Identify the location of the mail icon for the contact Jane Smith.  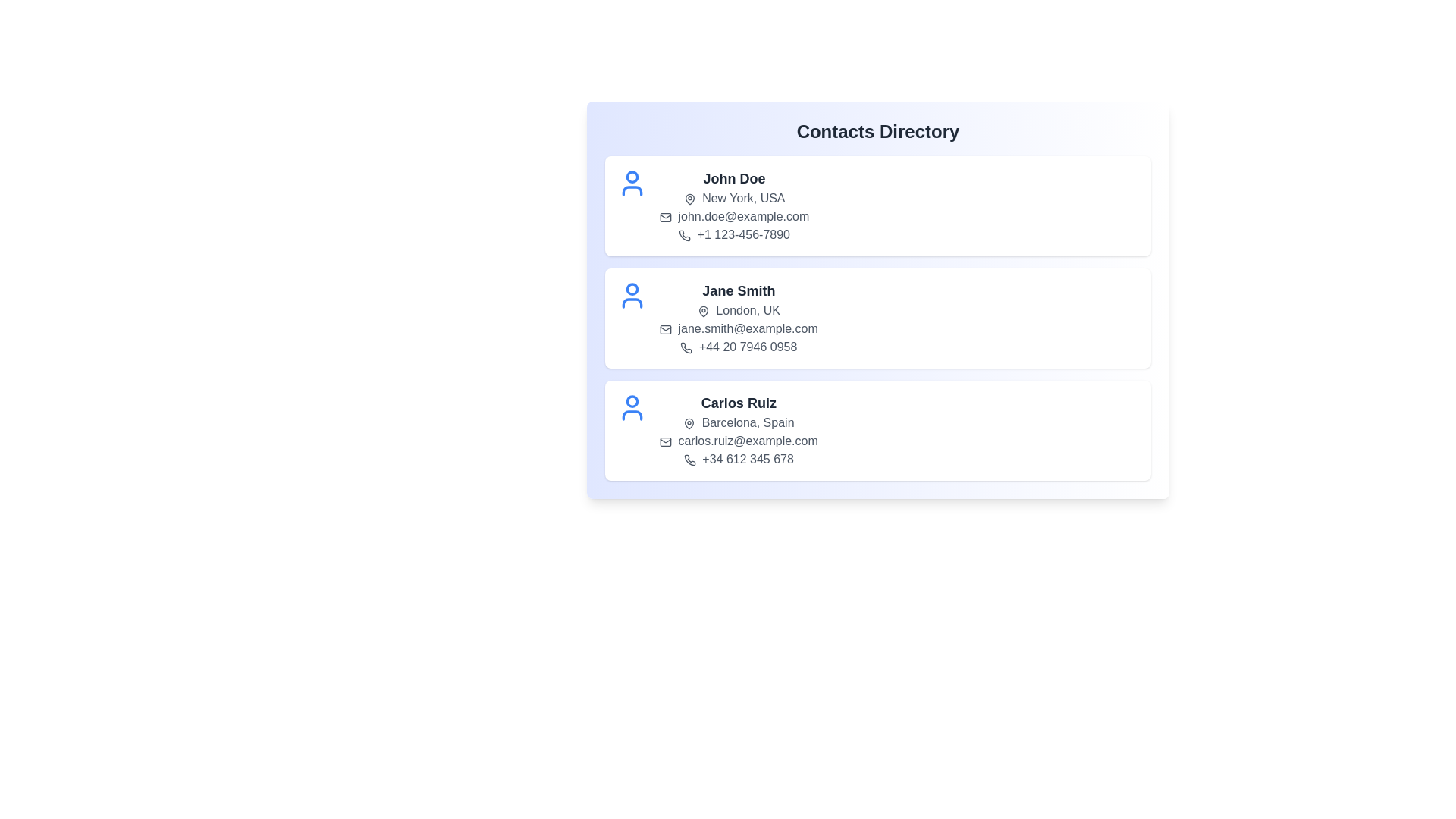
(666, 328).